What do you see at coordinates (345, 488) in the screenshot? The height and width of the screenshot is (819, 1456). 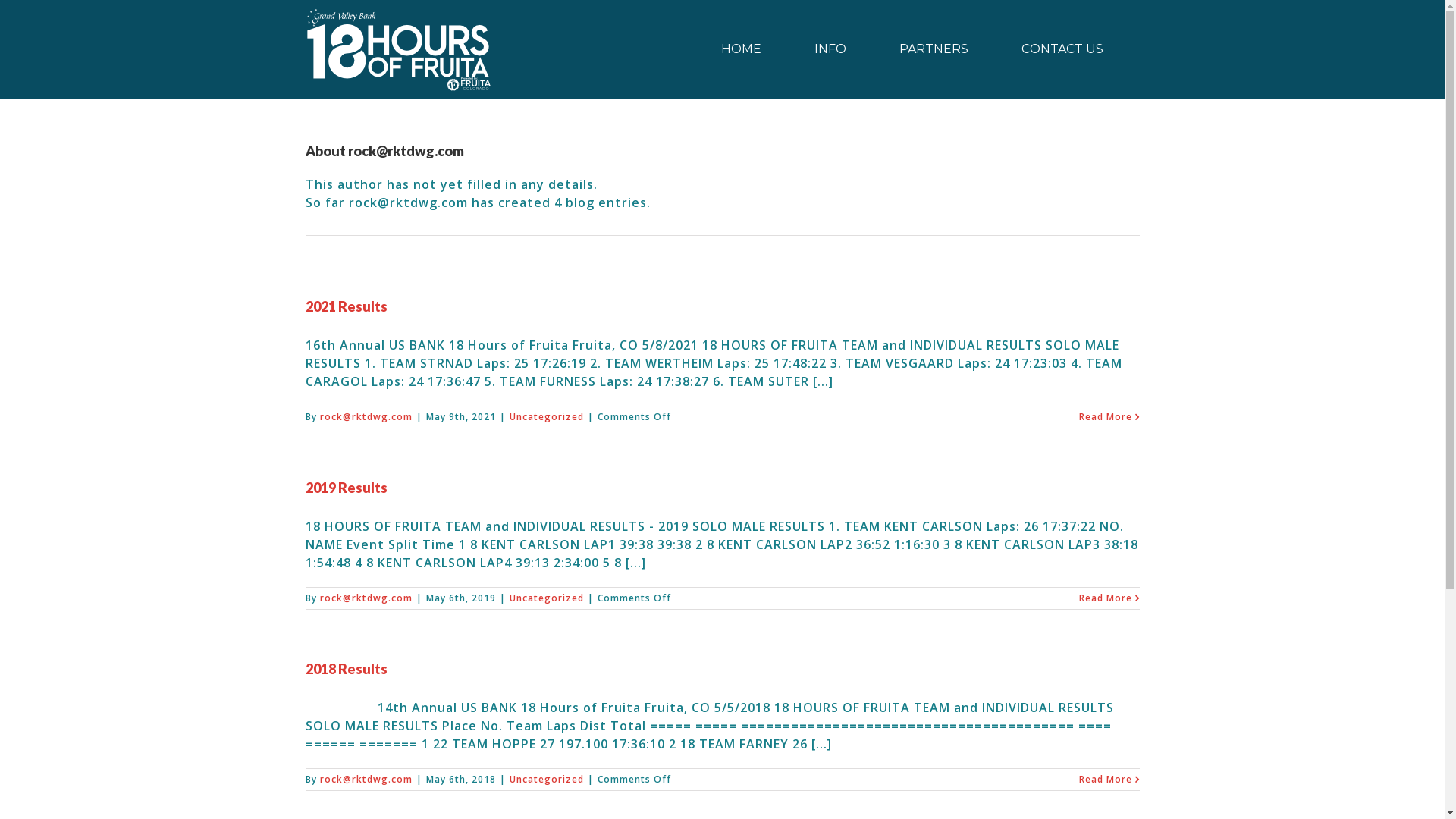 I see `'2019 Results'` at bounding box center [345, 488].